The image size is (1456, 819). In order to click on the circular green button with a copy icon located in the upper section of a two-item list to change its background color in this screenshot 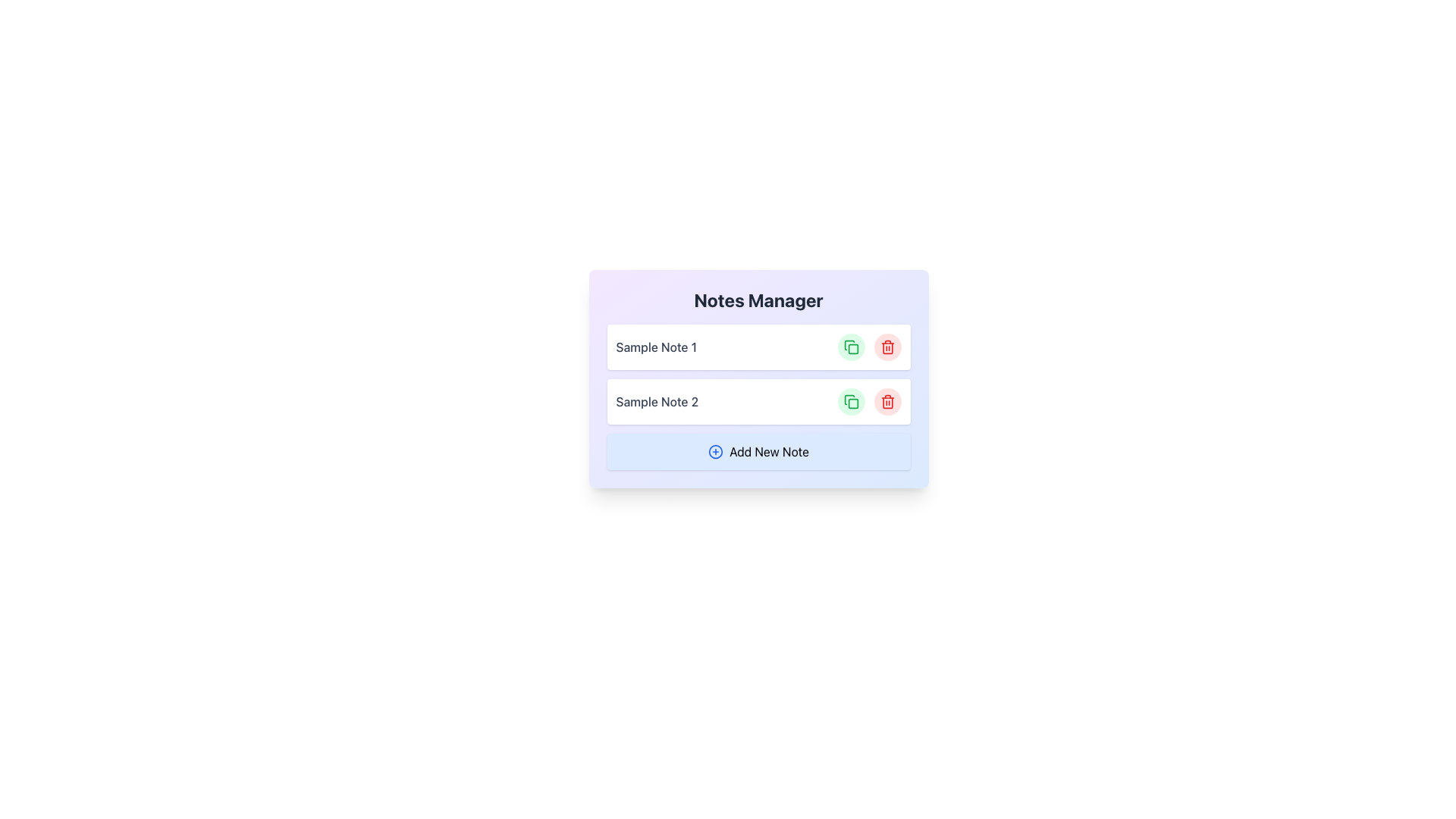, I will do `click(851, 347)`.